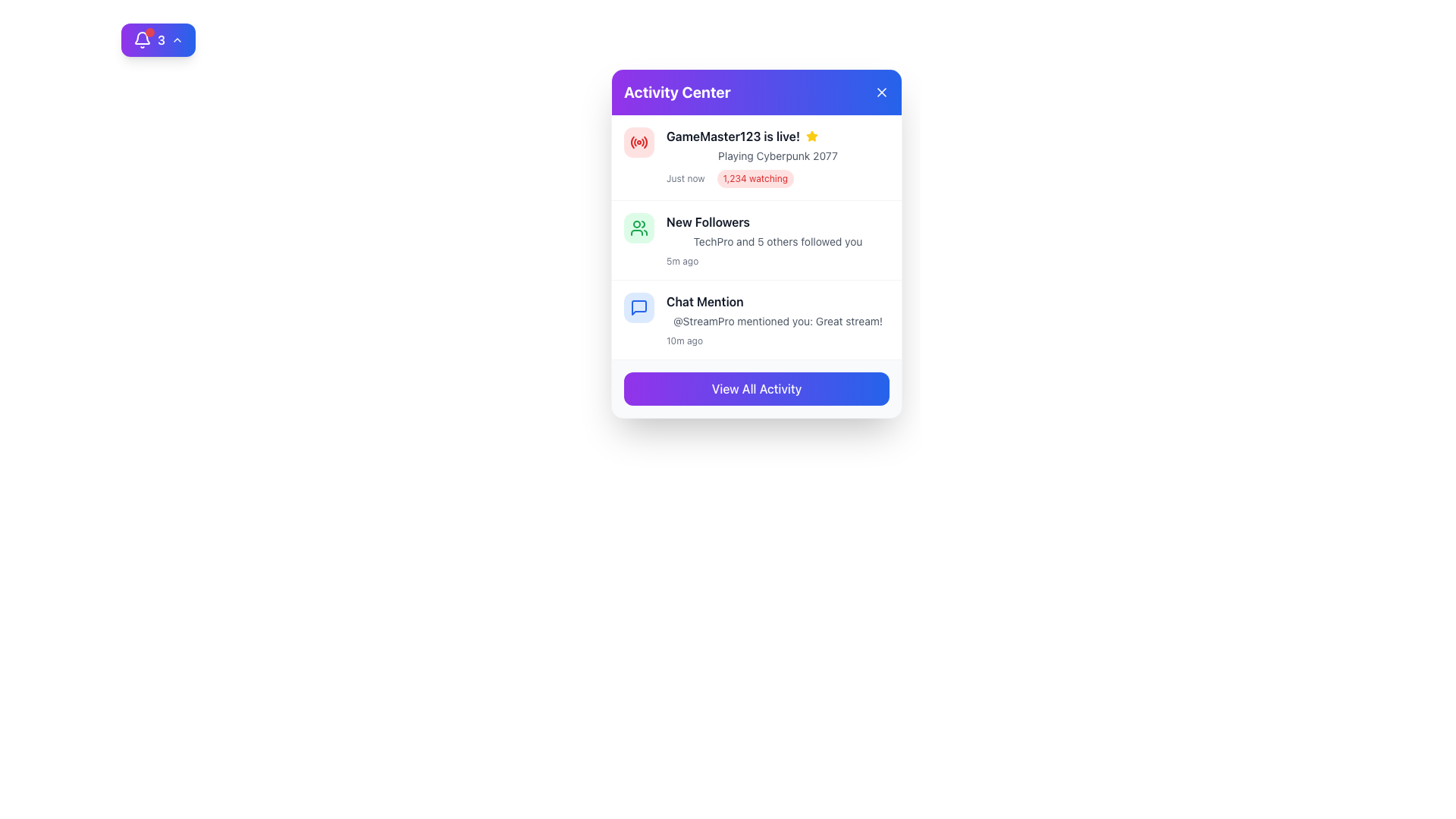 The image size is (1456, 819). What do you see at coordinates (639, 307) in the screenshot?
I see `the notification represented by the chat mention icon located to the left of the text 'Chat Mention @StreamPro mentioned you: Great stream!' in the third row of the Activity Center dropdown` at bounding box center [639, 307].